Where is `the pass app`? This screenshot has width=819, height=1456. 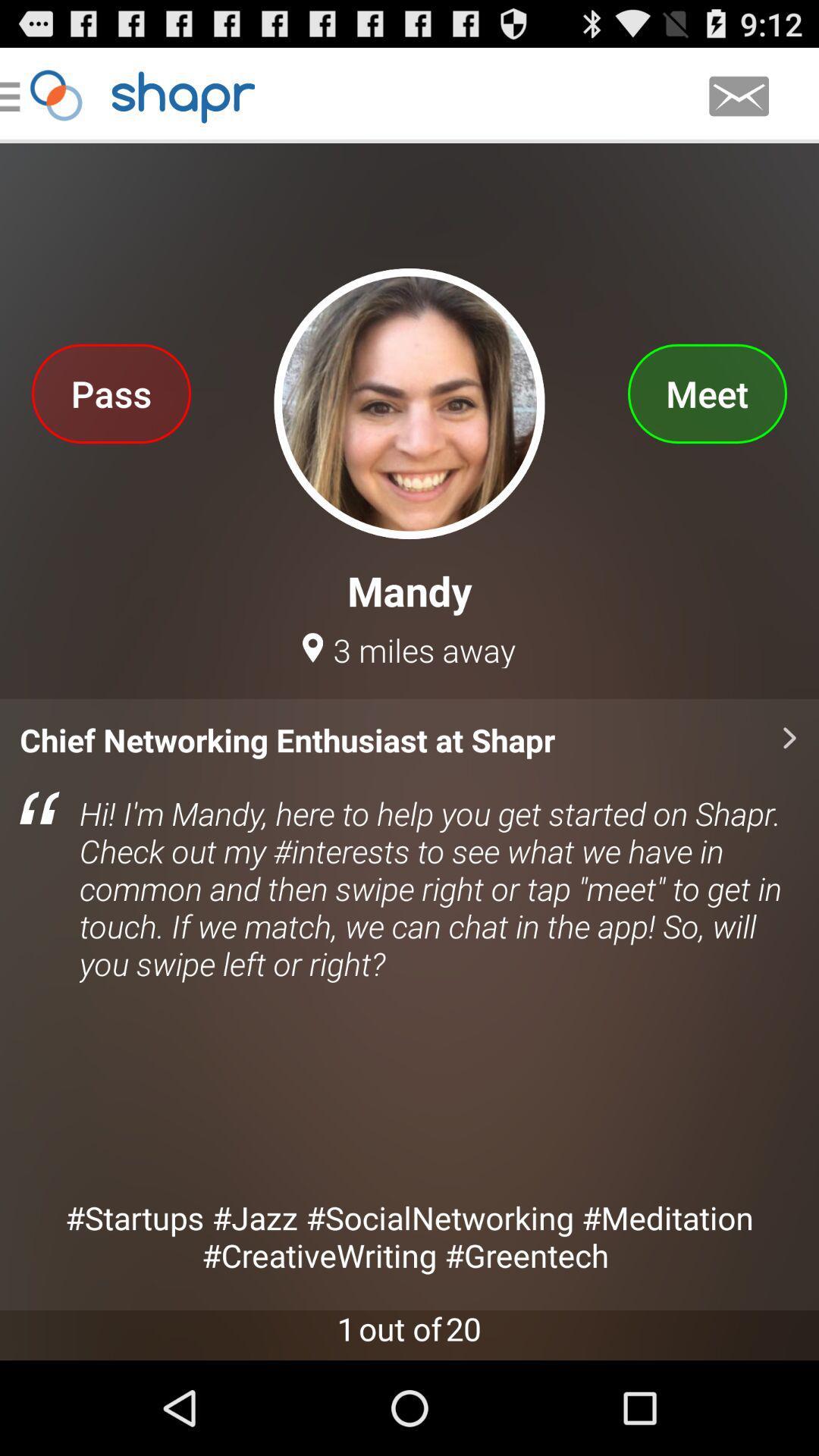 the pass app is located at coordinates (110, 393).